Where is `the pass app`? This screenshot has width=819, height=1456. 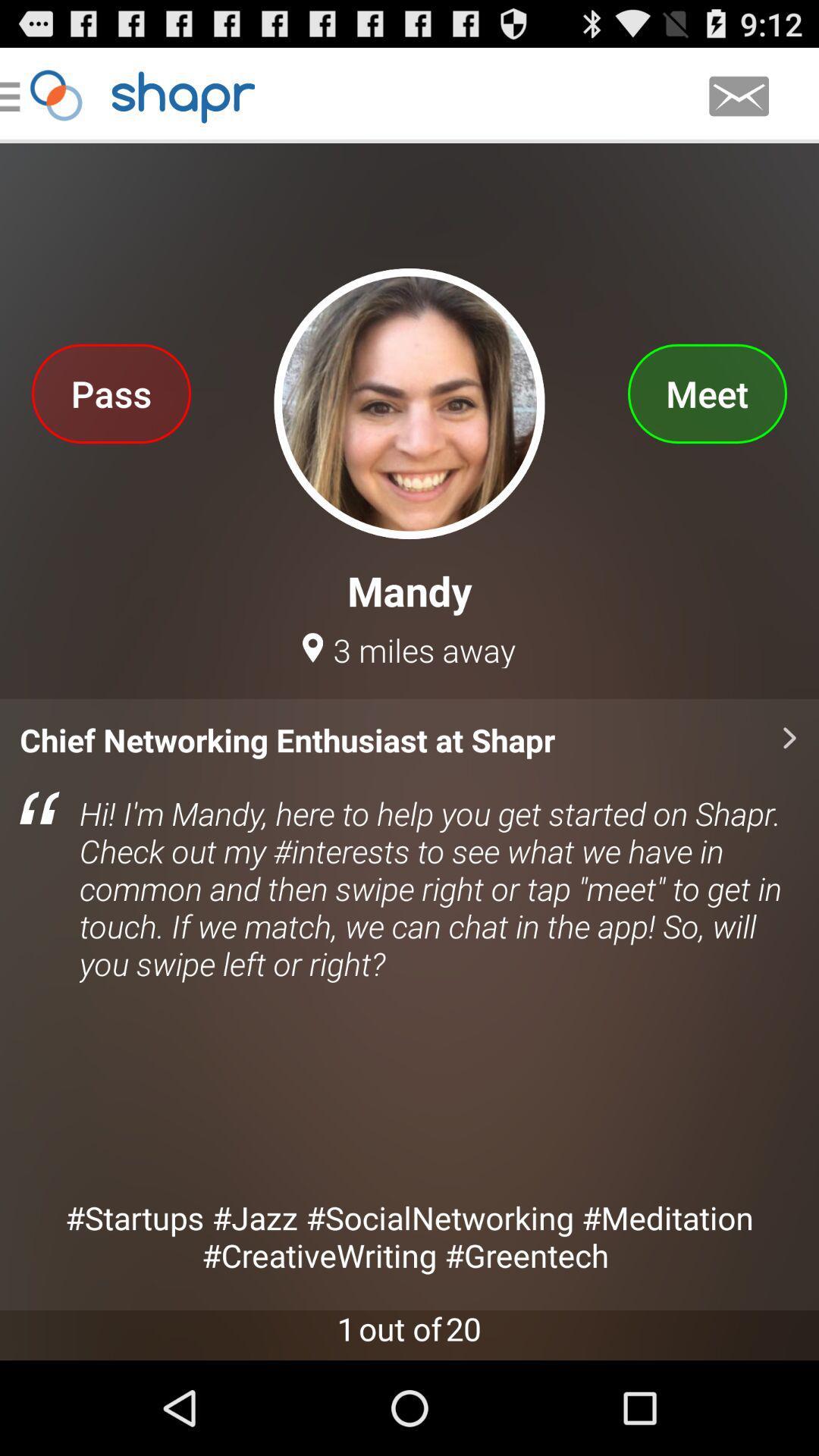 the pass app is located at coordinates (110, 393).